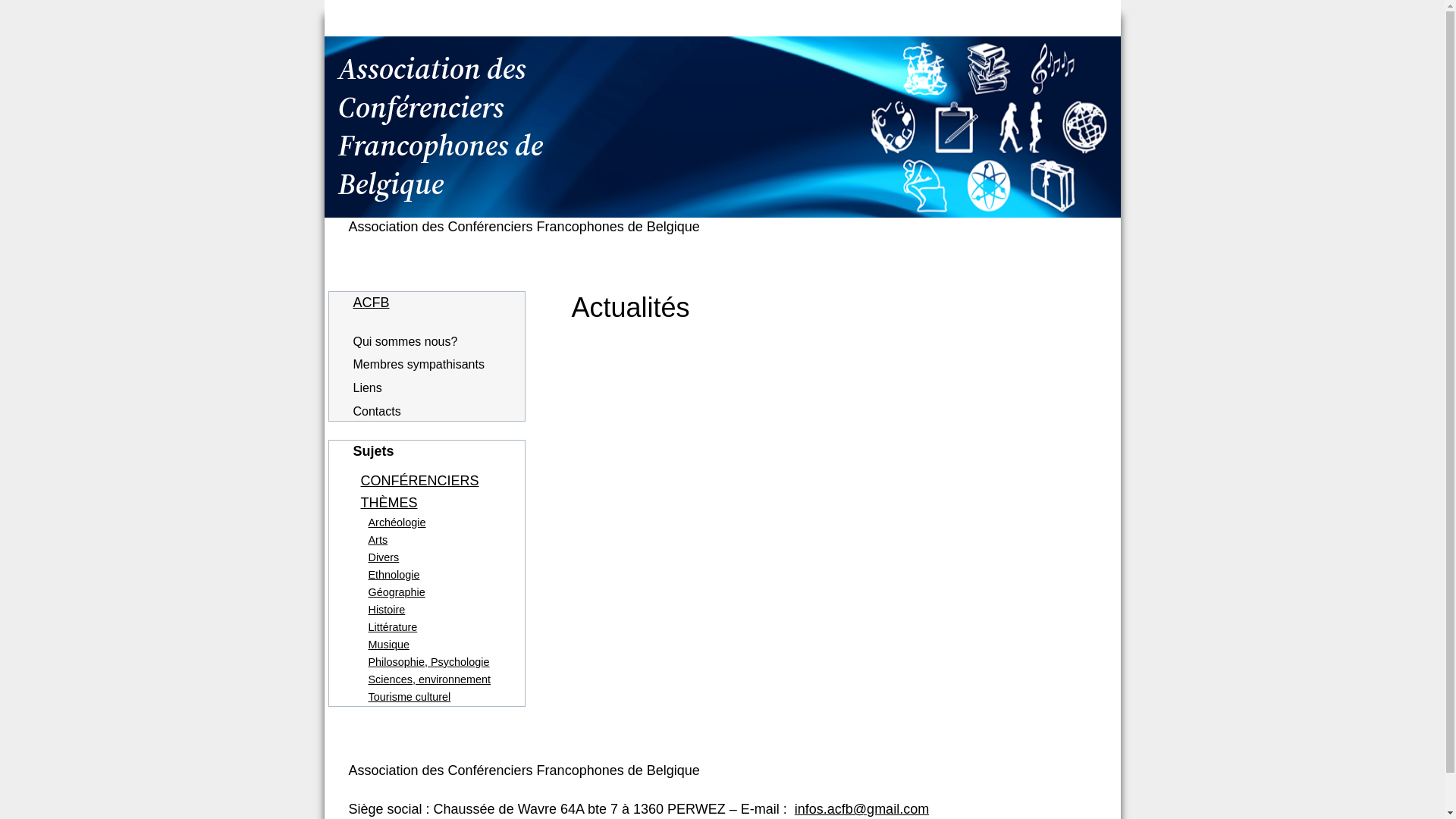 The width and height of the screenshot is (1456, 819). I want to click on 'Histoire', so click(387, 608).